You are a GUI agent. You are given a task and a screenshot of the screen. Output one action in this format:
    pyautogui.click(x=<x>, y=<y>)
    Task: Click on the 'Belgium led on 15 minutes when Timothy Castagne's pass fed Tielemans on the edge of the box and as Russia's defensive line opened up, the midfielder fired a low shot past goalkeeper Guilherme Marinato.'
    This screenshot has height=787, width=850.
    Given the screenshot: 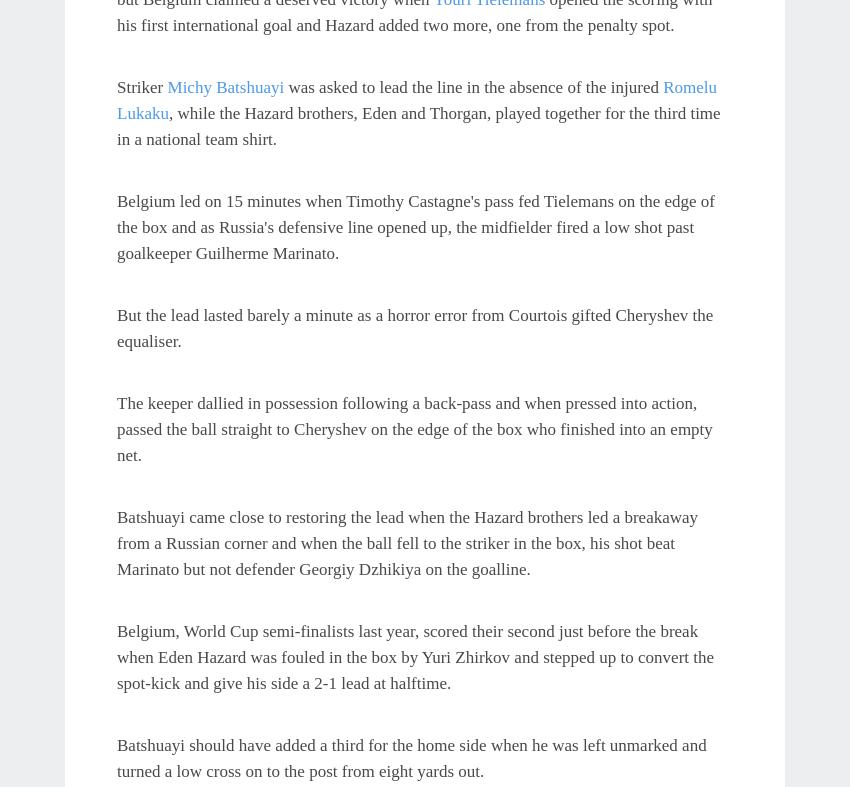 What is the action you would take?
    pyautogui.click(x=415, y=226)
    